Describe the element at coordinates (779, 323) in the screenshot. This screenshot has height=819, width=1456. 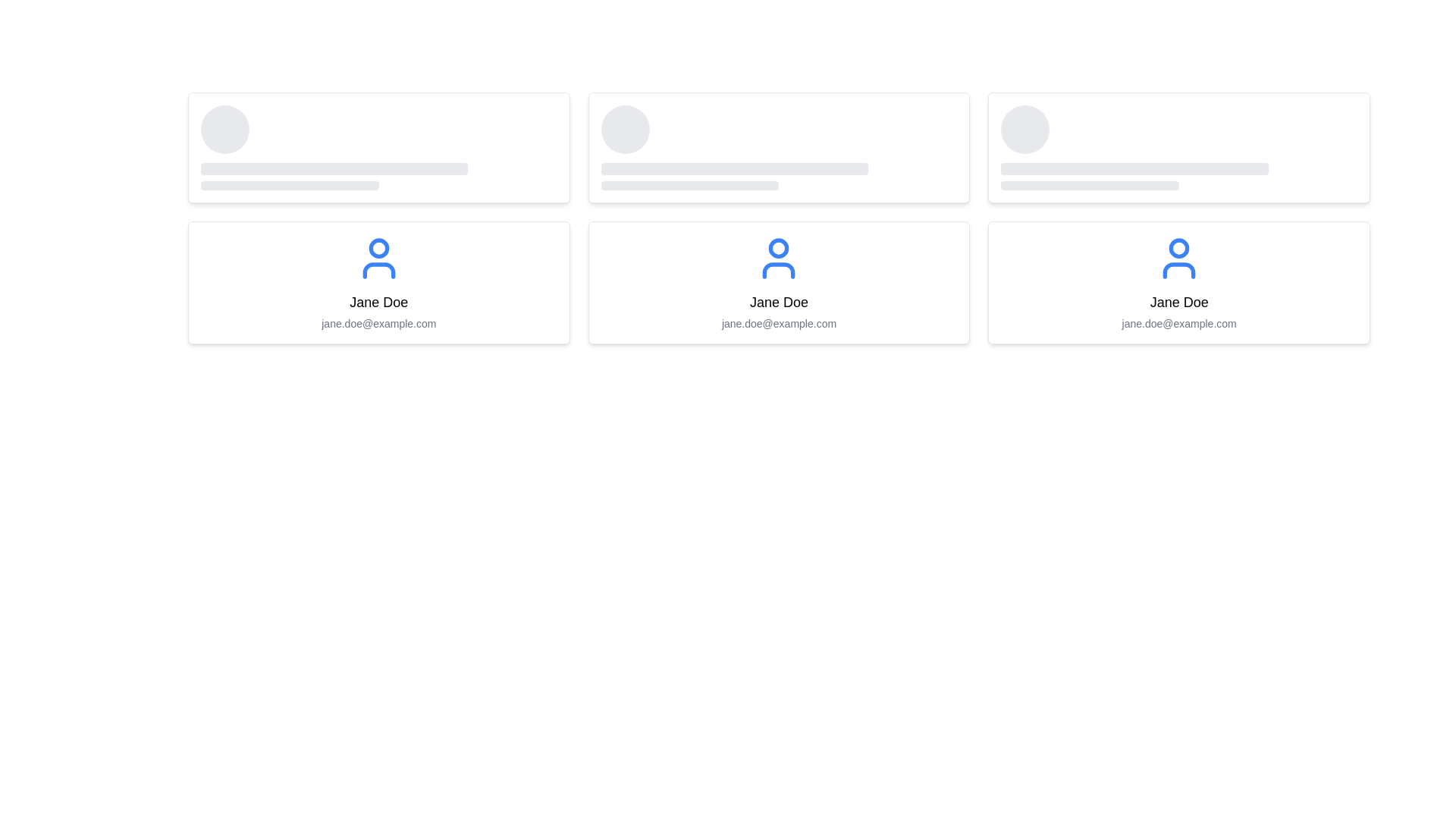
I see `email address text label belonging to user 'Jane Doe', which is positioned beneath the title text in the card layout` at that location.